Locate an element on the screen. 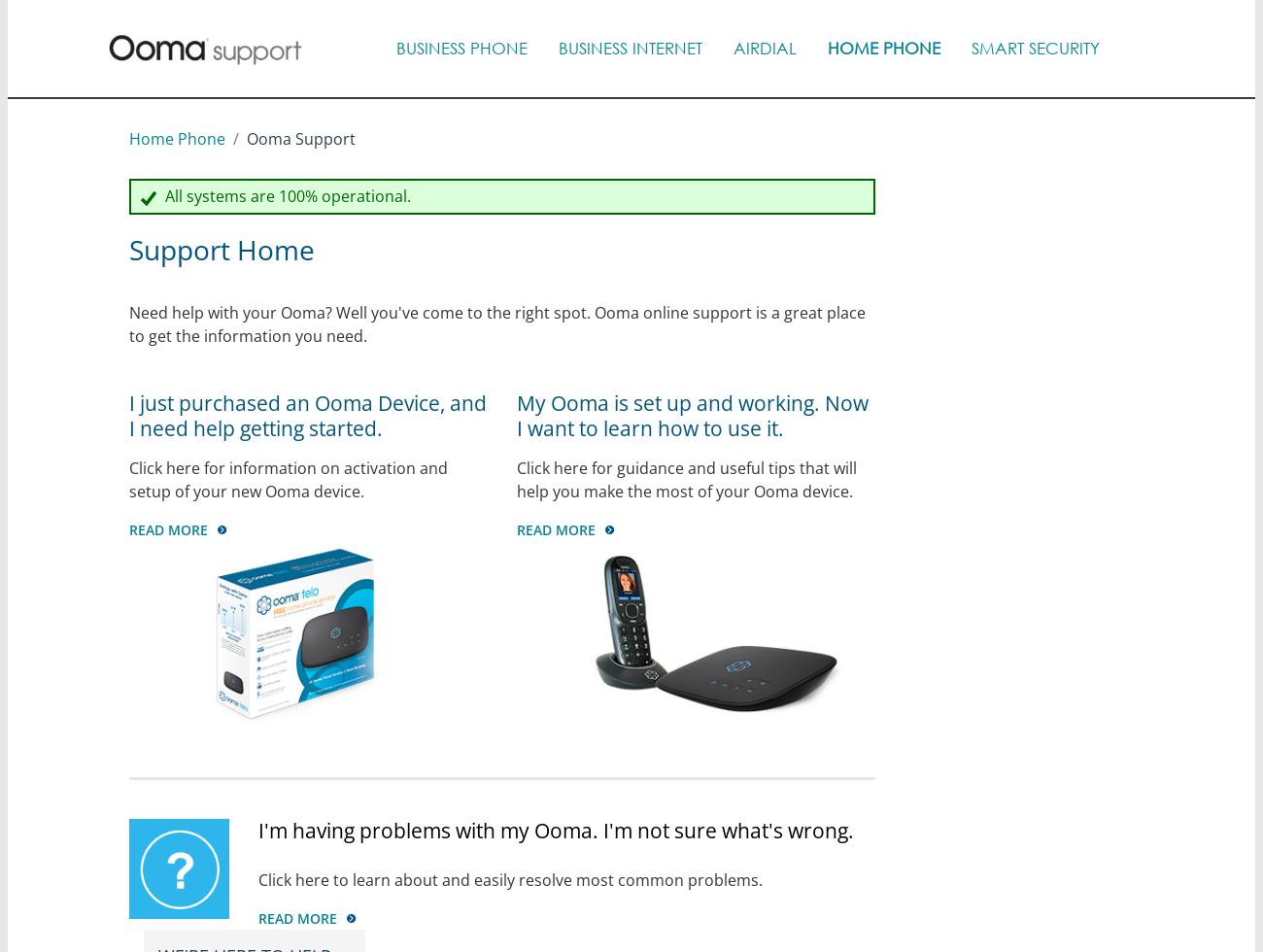  'Support Home' is located at coordinates (126, 248).